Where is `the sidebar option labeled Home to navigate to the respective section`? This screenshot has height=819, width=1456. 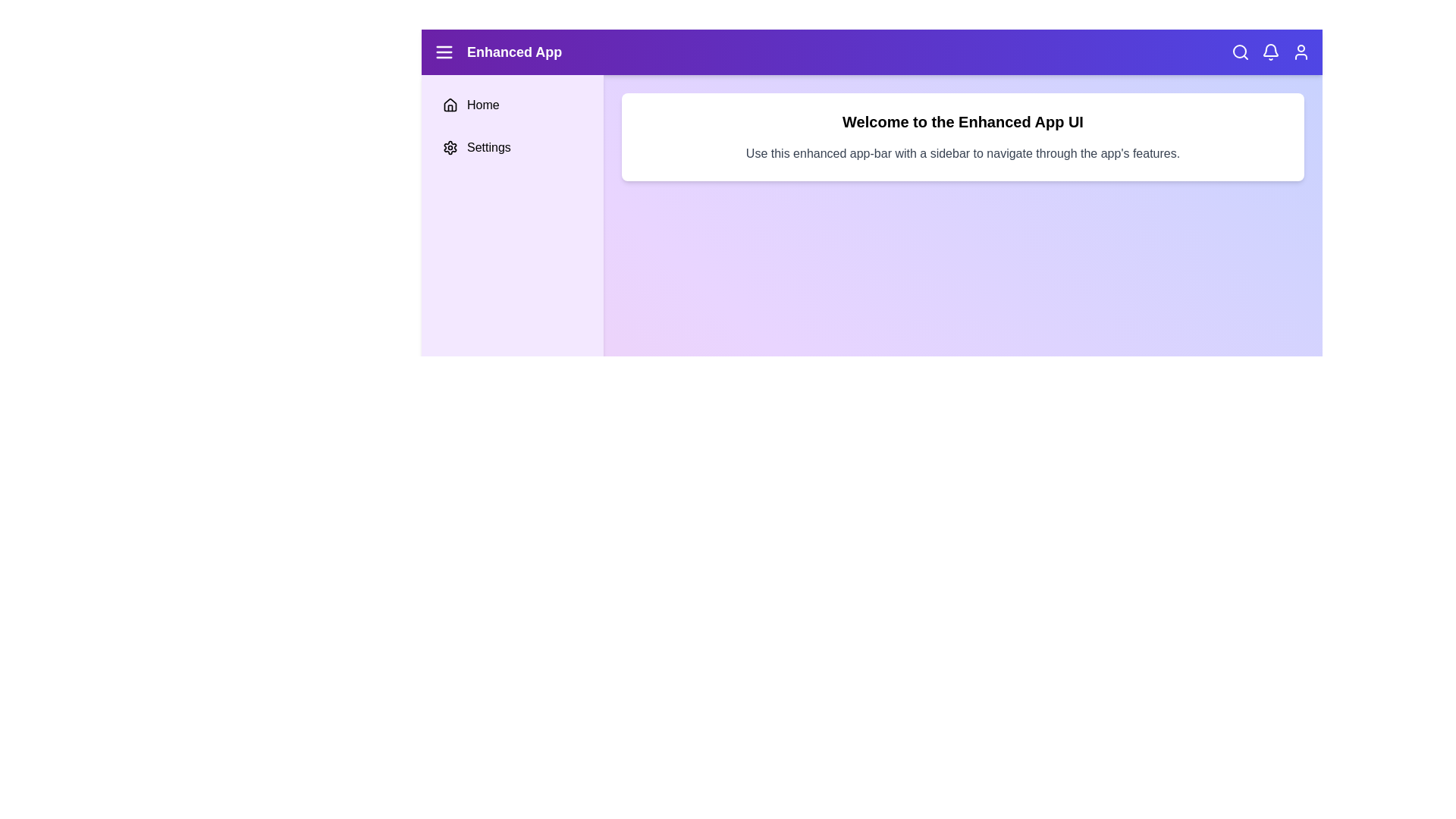
the sidebar option labeled Home to navigate to the respective section is located at coordinates (513, 104).